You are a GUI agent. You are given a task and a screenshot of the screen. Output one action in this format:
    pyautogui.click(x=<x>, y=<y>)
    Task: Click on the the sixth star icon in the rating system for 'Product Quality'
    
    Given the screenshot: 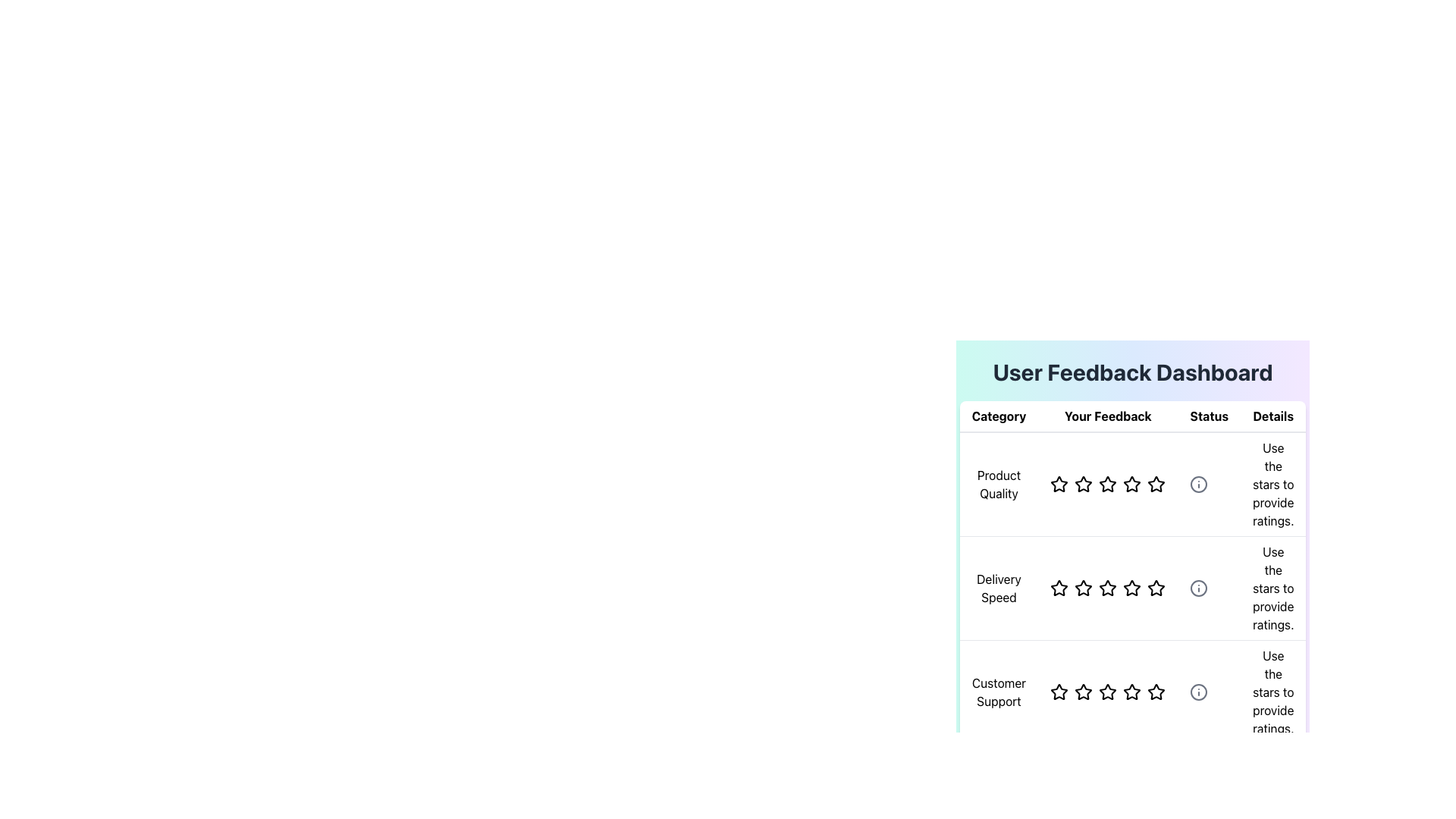 What is the action you would take?
    pyautogui.click(x=1156, y=485)
    